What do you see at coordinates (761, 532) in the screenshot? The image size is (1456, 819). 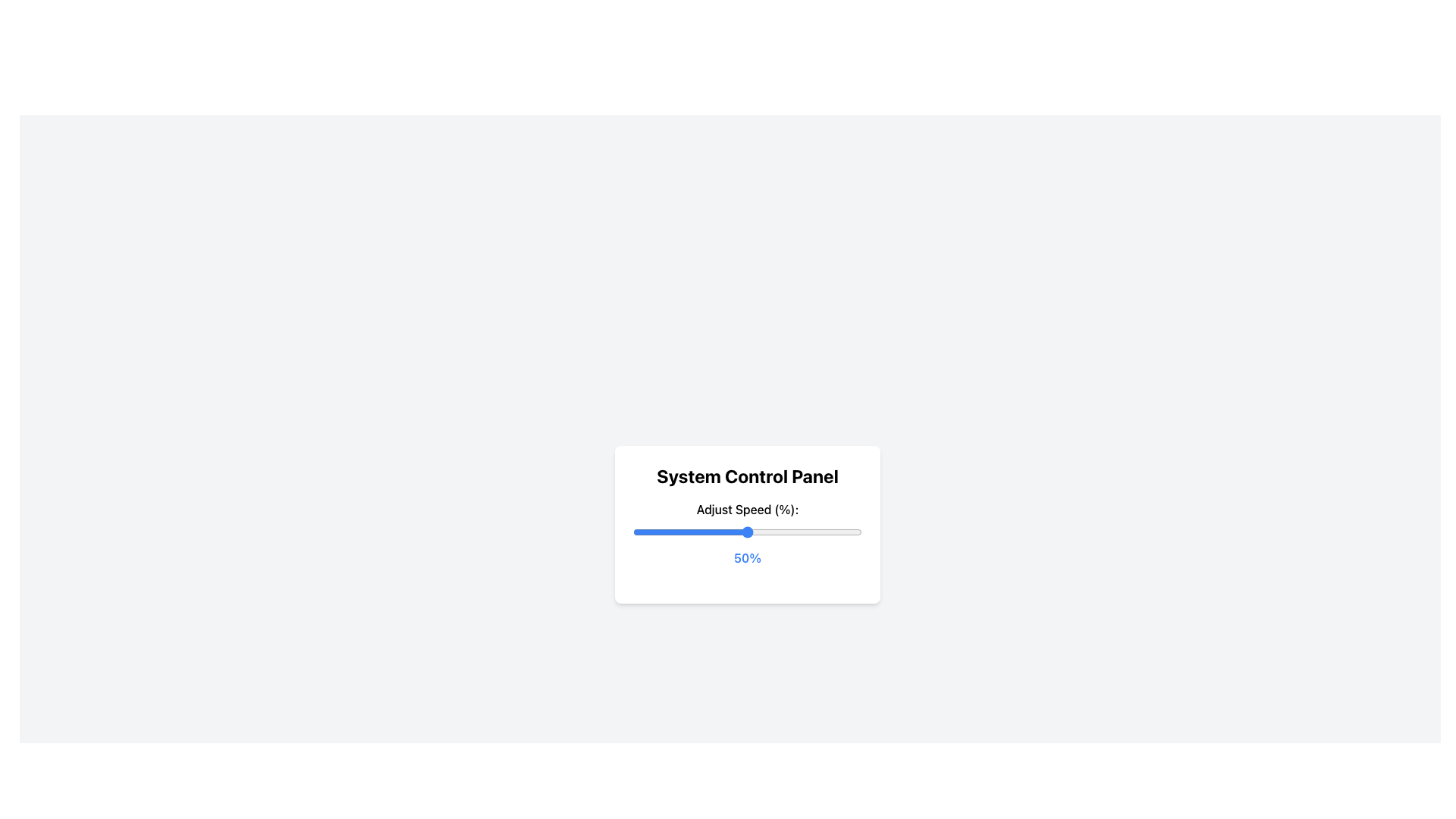 I see `the slider value` at bounding box center [761, 532].